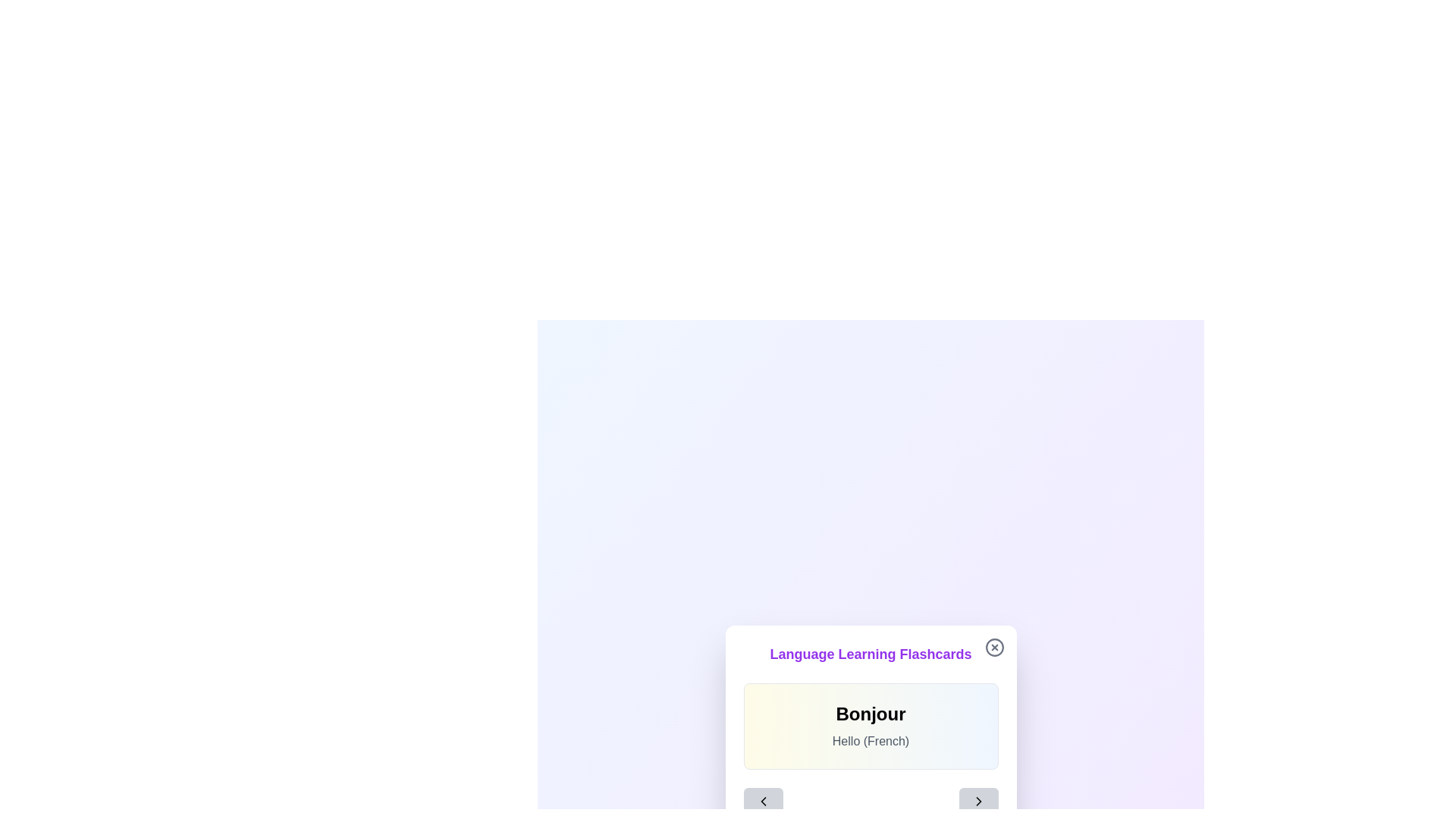  Describe the element at coordinates (978, 800) in the screenshot. I see `the right-pointing chevron icon located at the bottom-right of the flashcard modal interface` at that location.